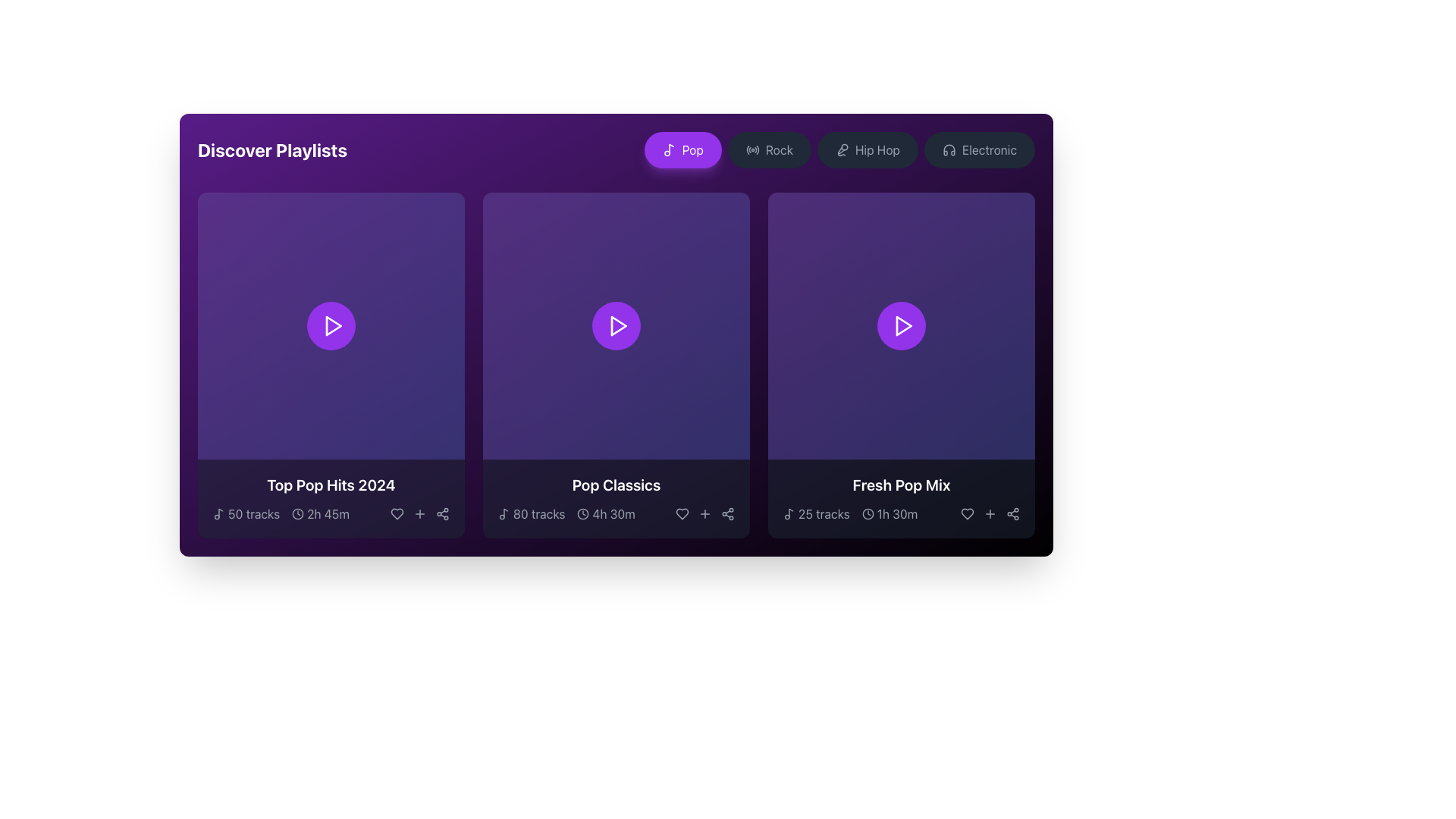 The image size is (1456, 819). What do you see at coordinates (298, 513) in the screenshot?
I see `the small circular clock icon located in the first playlist card's metadata section, adjacent to the duration text '2h 45m'` at bounding box center [298, 513].